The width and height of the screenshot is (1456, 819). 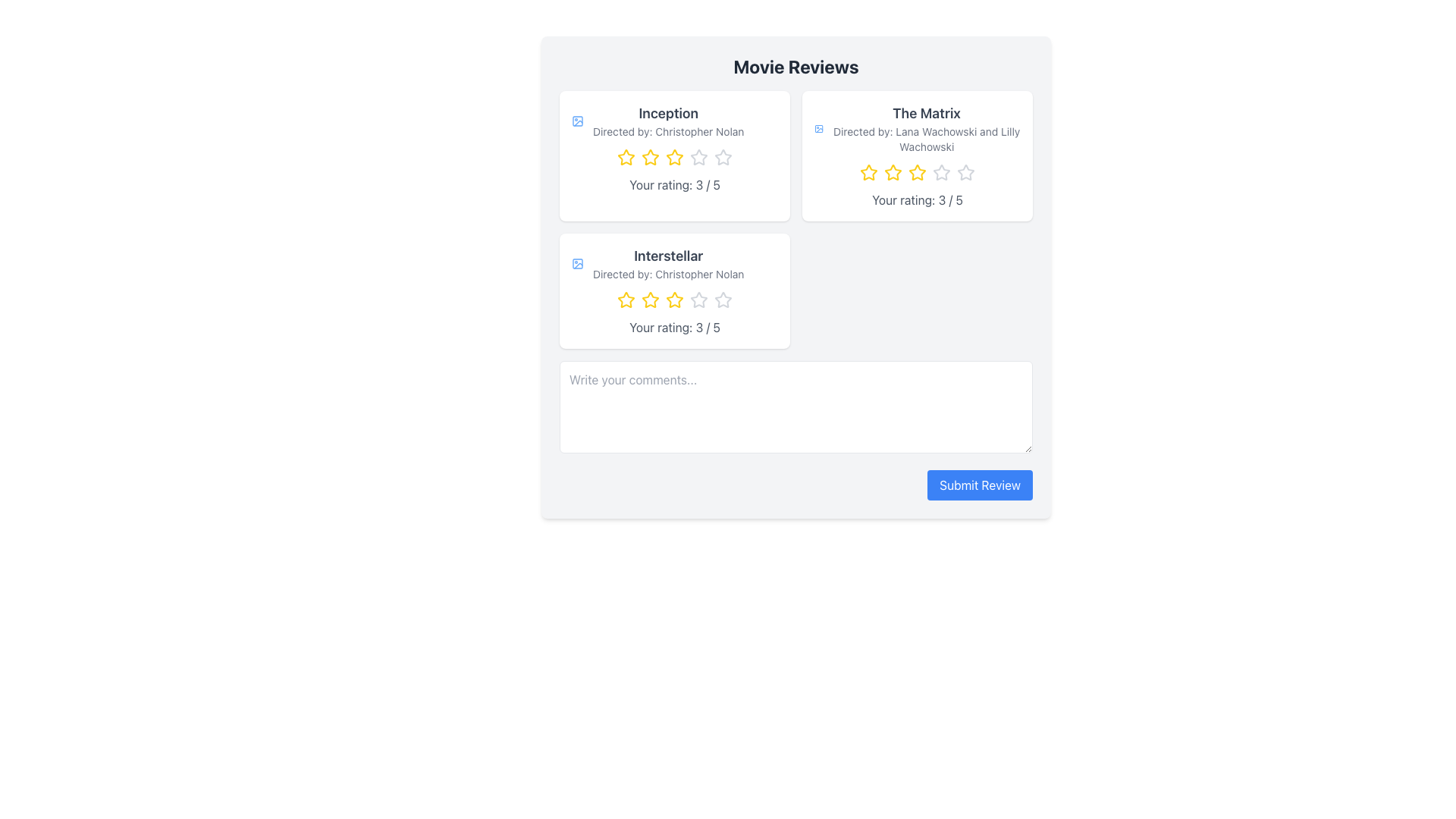 What do you see at coordinates (916, 199) in the screenshot?
I see `text content of the static label displaying 'Your rating: 3 / 5', located beneath the star rating section within the card for 'The Matrix'` at bounding box center [916, 199].